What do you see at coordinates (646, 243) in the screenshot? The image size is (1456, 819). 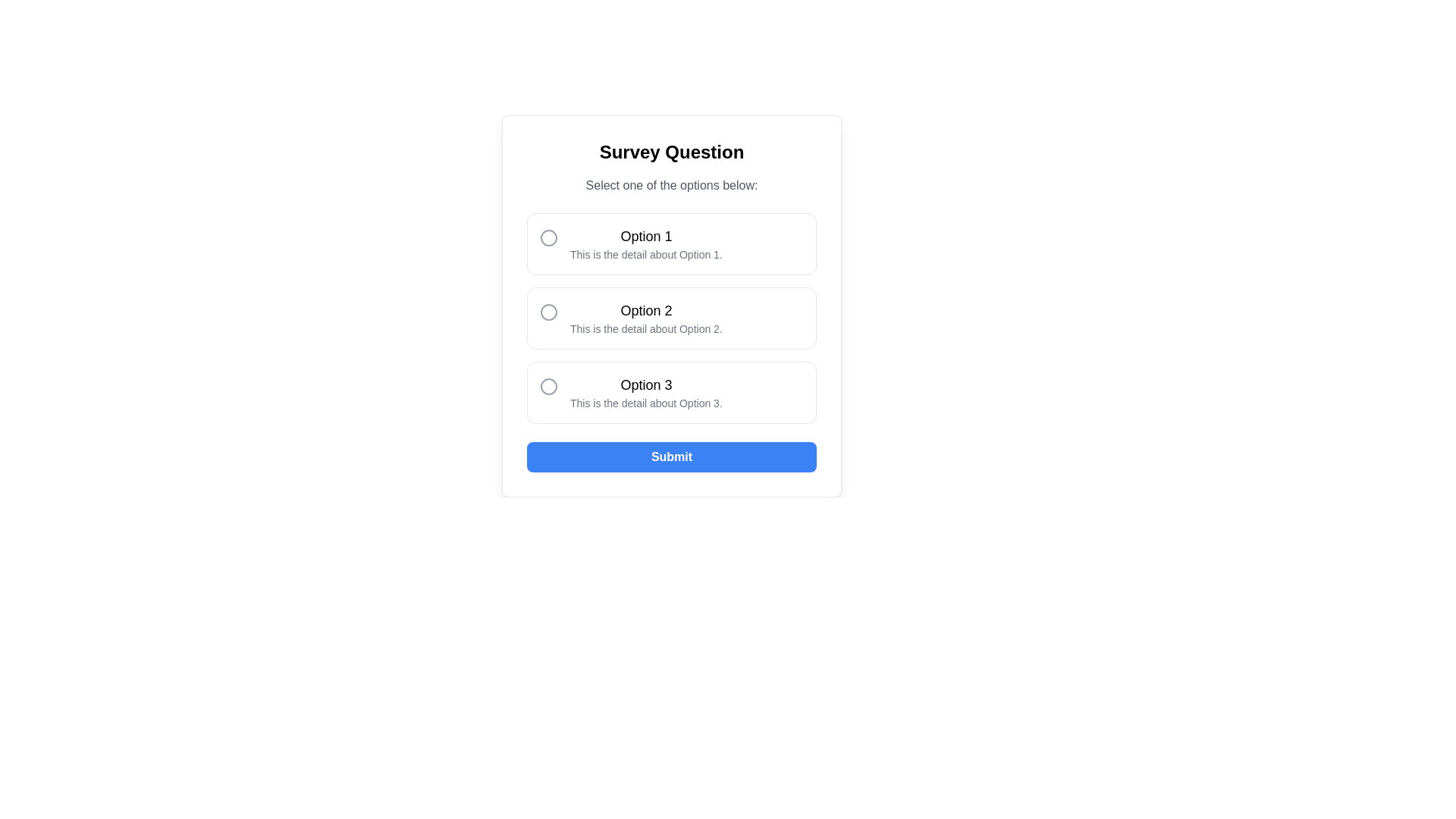 I see `the text block that serves as the label for the first selectable option in a survey or quiz interface` at bounding box center [646, 243].